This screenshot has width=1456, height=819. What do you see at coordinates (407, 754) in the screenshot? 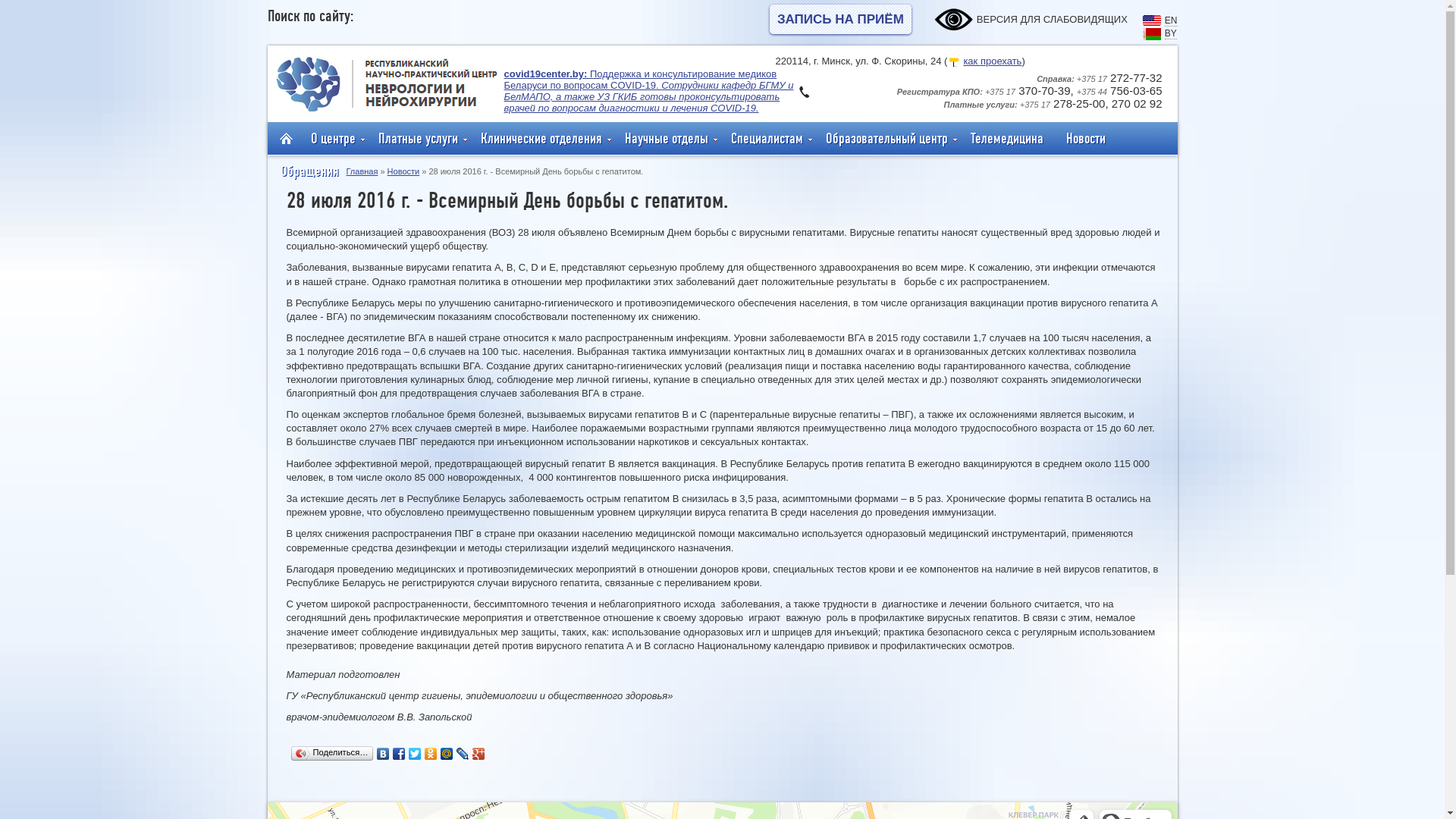
I see `'Twitter'` at bounding box center [407, 754].